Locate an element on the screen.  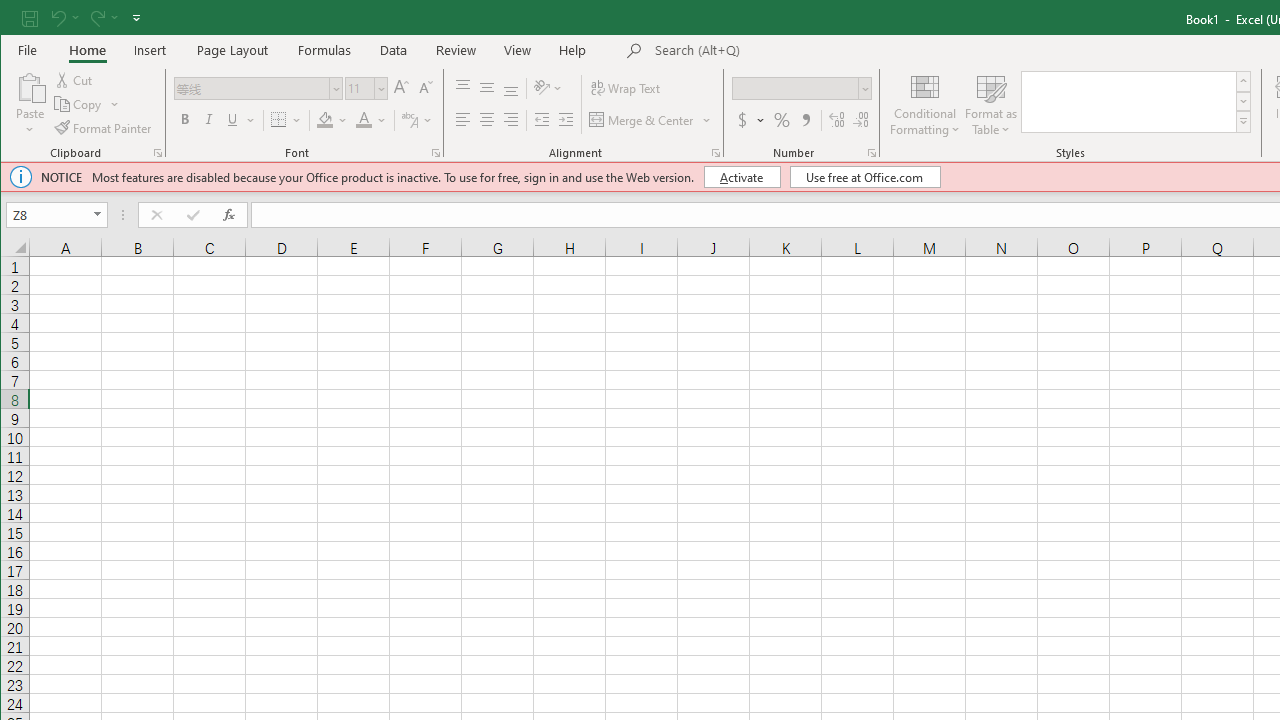
'Decrease Indent' is located at coordinates (542, 120).